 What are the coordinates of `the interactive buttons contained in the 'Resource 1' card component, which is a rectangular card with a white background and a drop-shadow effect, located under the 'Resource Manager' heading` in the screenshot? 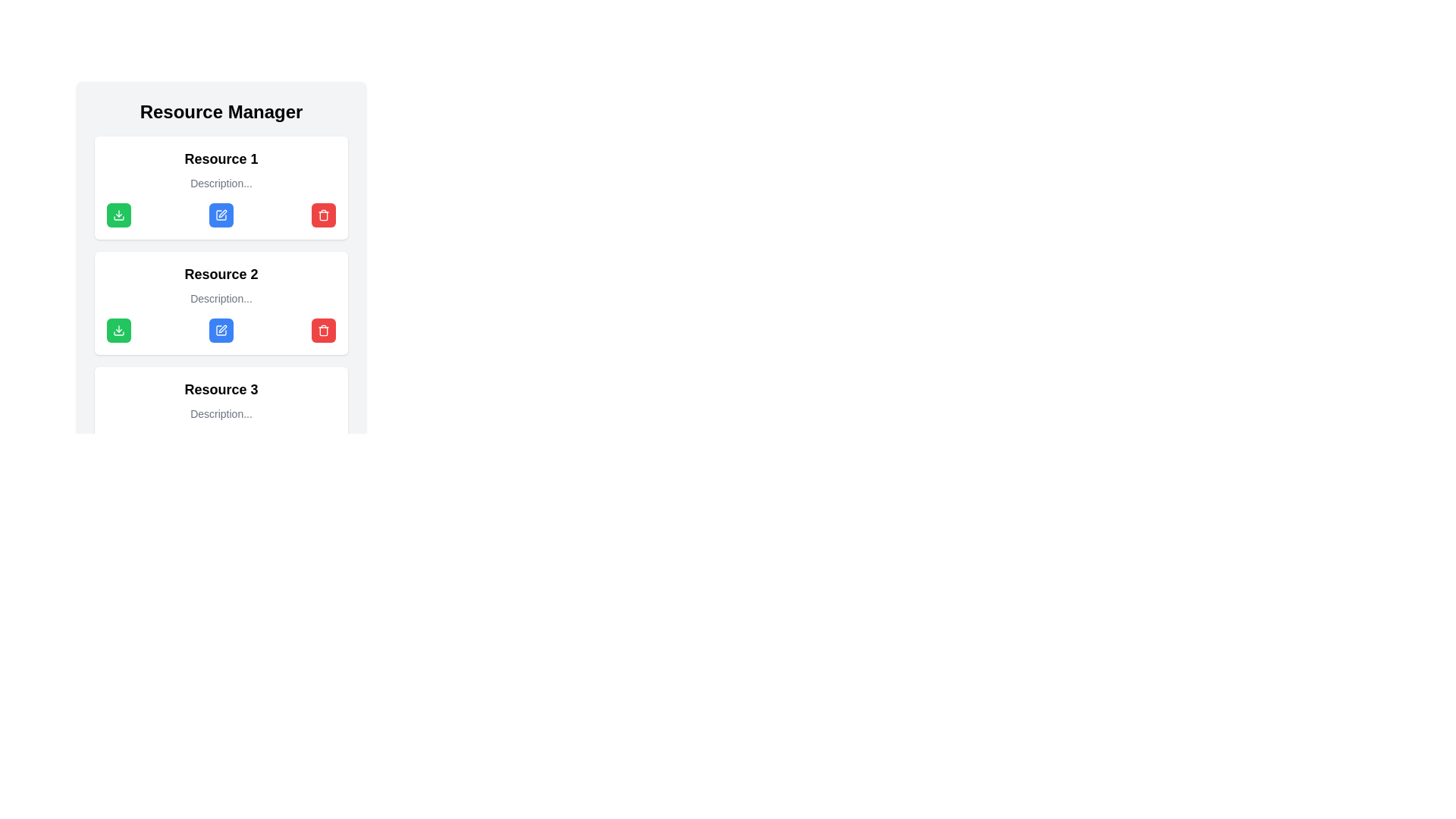 It's located at (221, 187).